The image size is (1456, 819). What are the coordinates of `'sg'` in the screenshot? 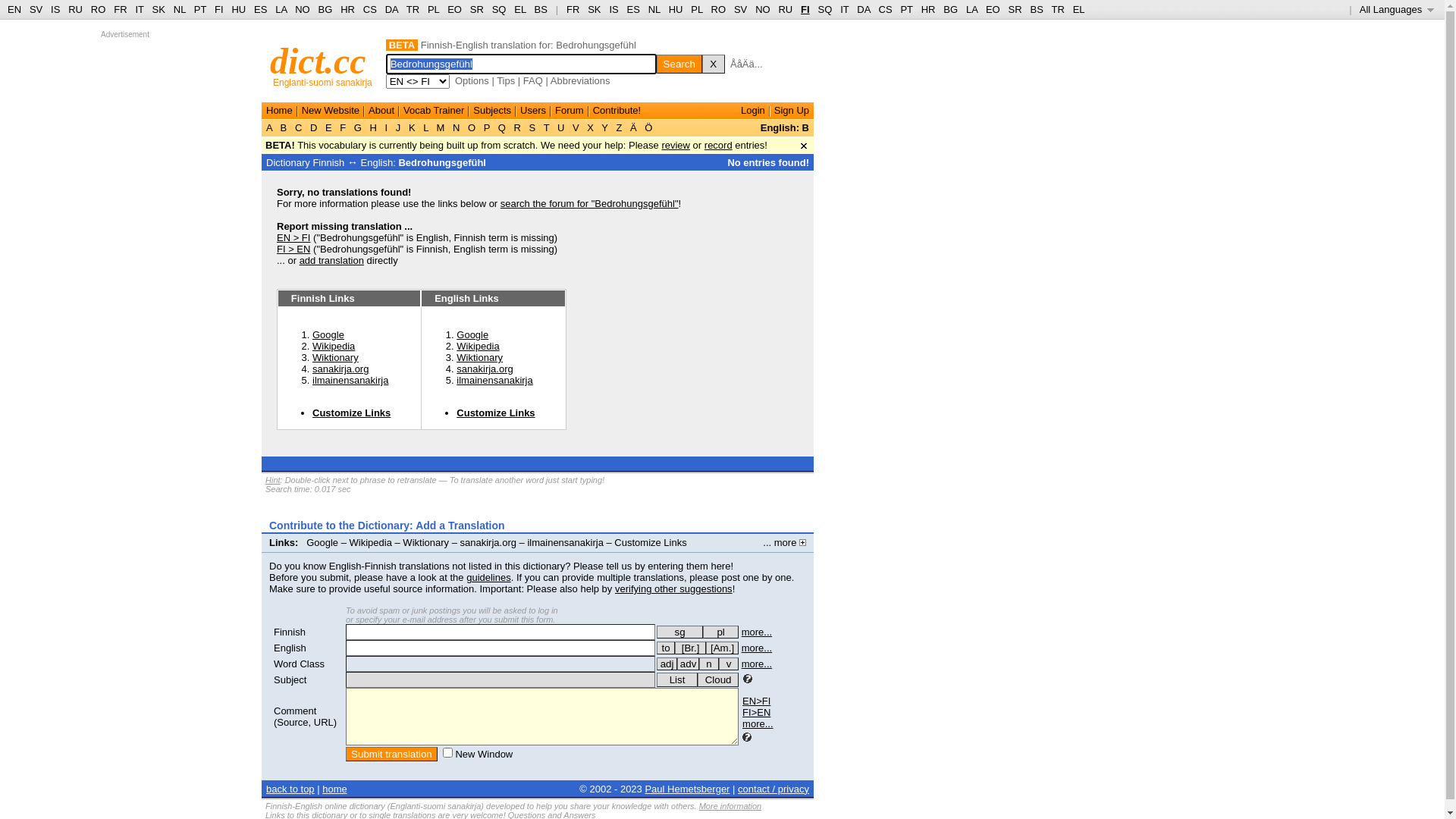 It's located at (656, 632).